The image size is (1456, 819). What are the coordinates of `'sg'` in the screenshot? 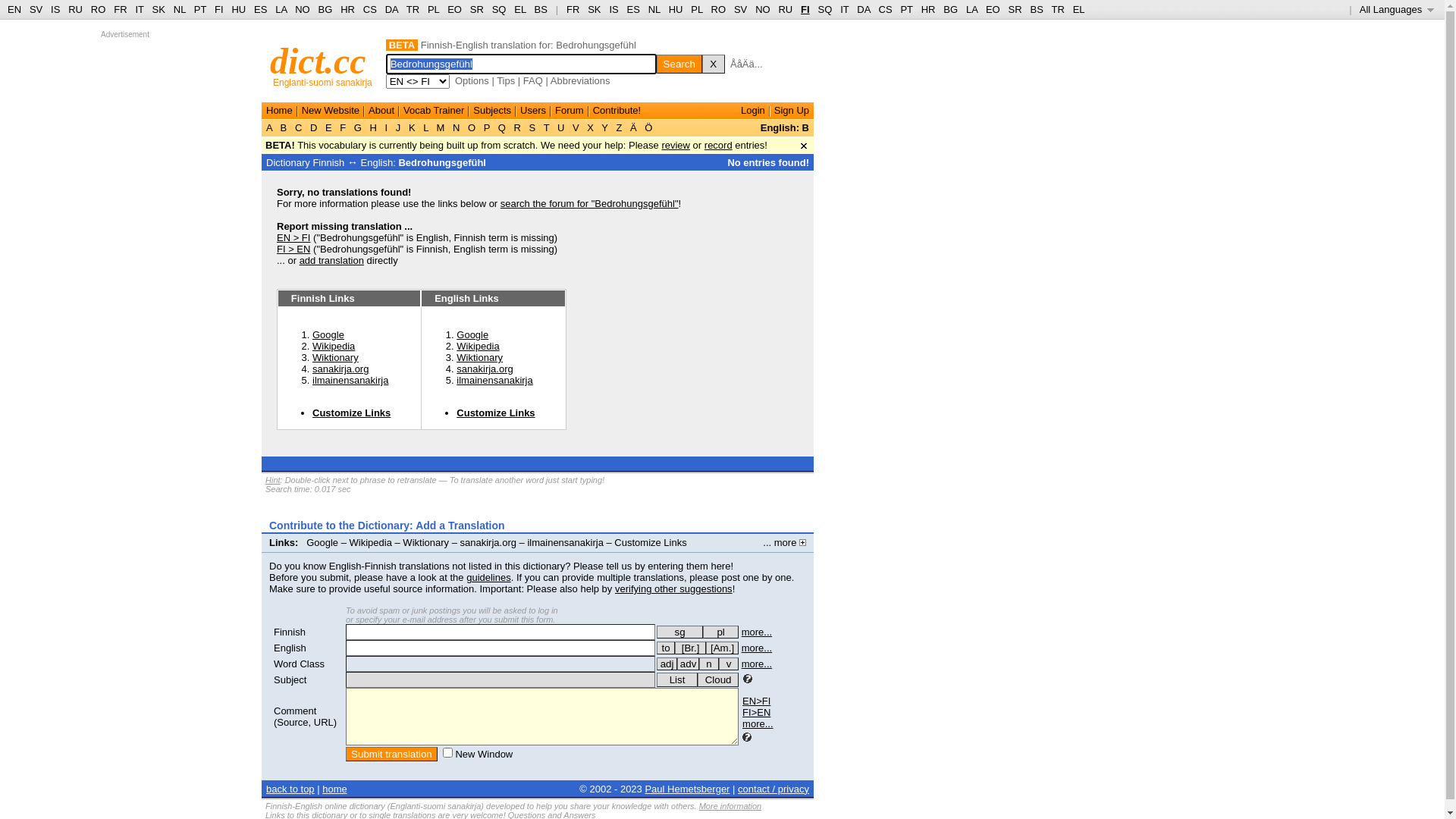 It's located at (656, 632).